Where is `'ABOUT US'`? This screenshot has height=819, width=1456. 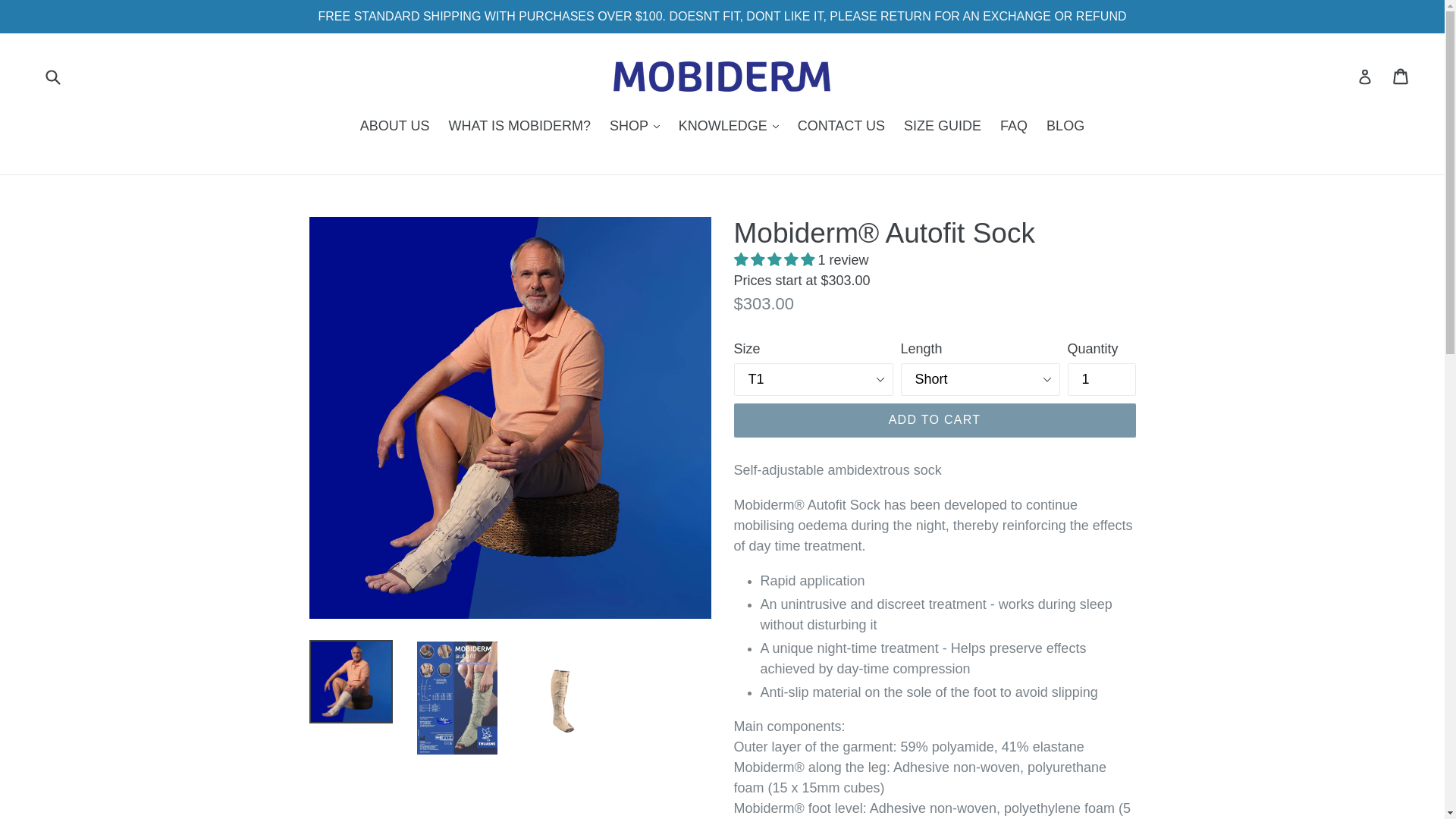 'ABOUT US' is located at coordinates (352, 127).